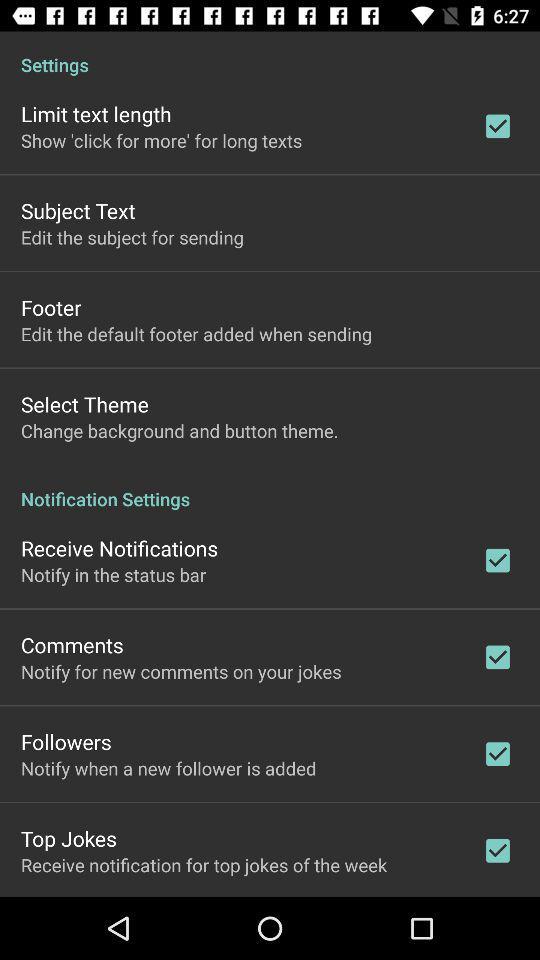 This screenshot has width=540, height=960. I want to click on the select theme icon, so click(83, 403).